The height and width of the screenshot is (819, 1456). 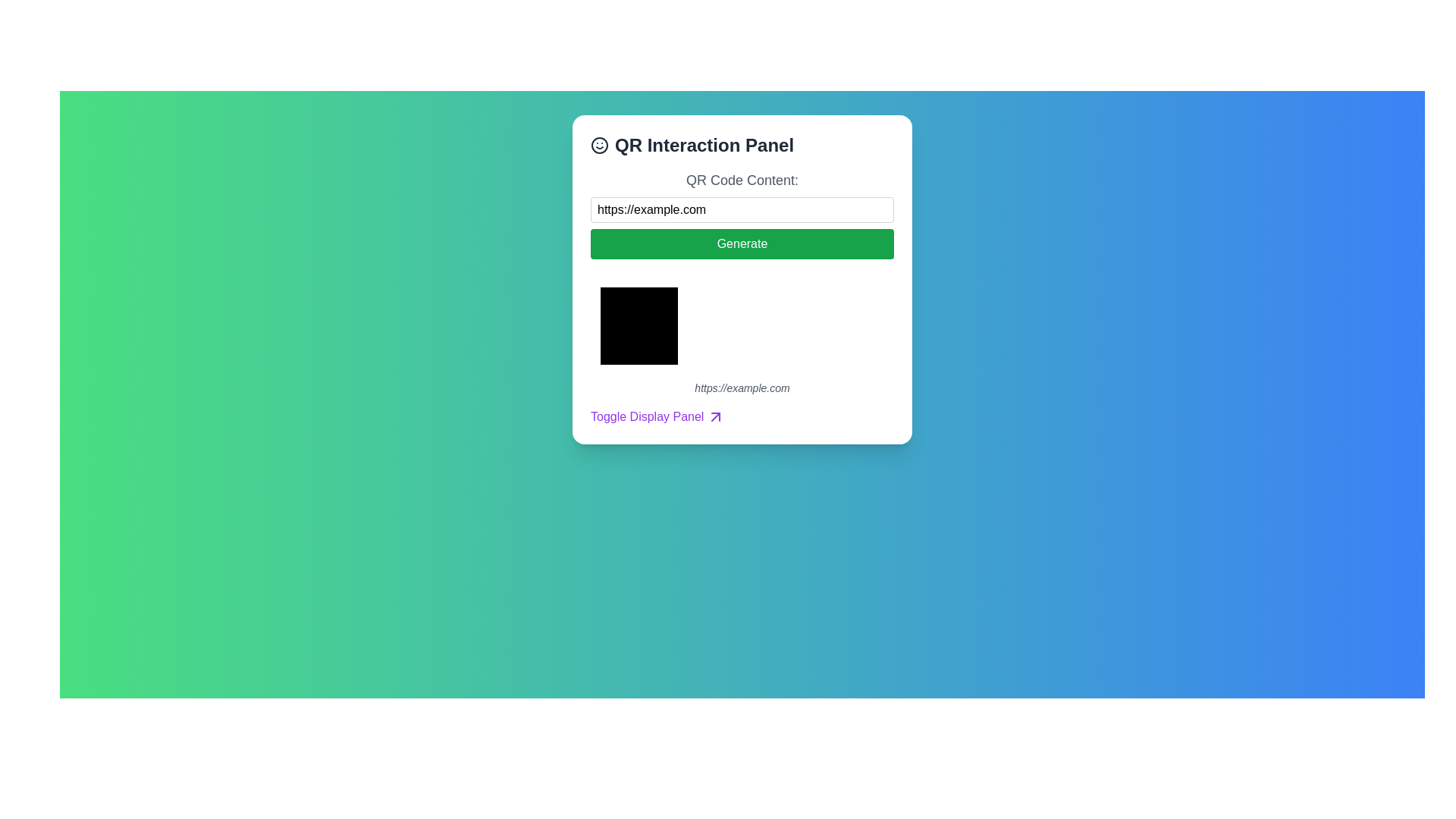 What do you see at coordinates (715, 417) in the screenshot?
I see `the icon that indicates redirection, expansion, or navigation, located to the right of the 'Toggle Display Panel' text in the lower part of the central panel` at bounding box center [715, 417].